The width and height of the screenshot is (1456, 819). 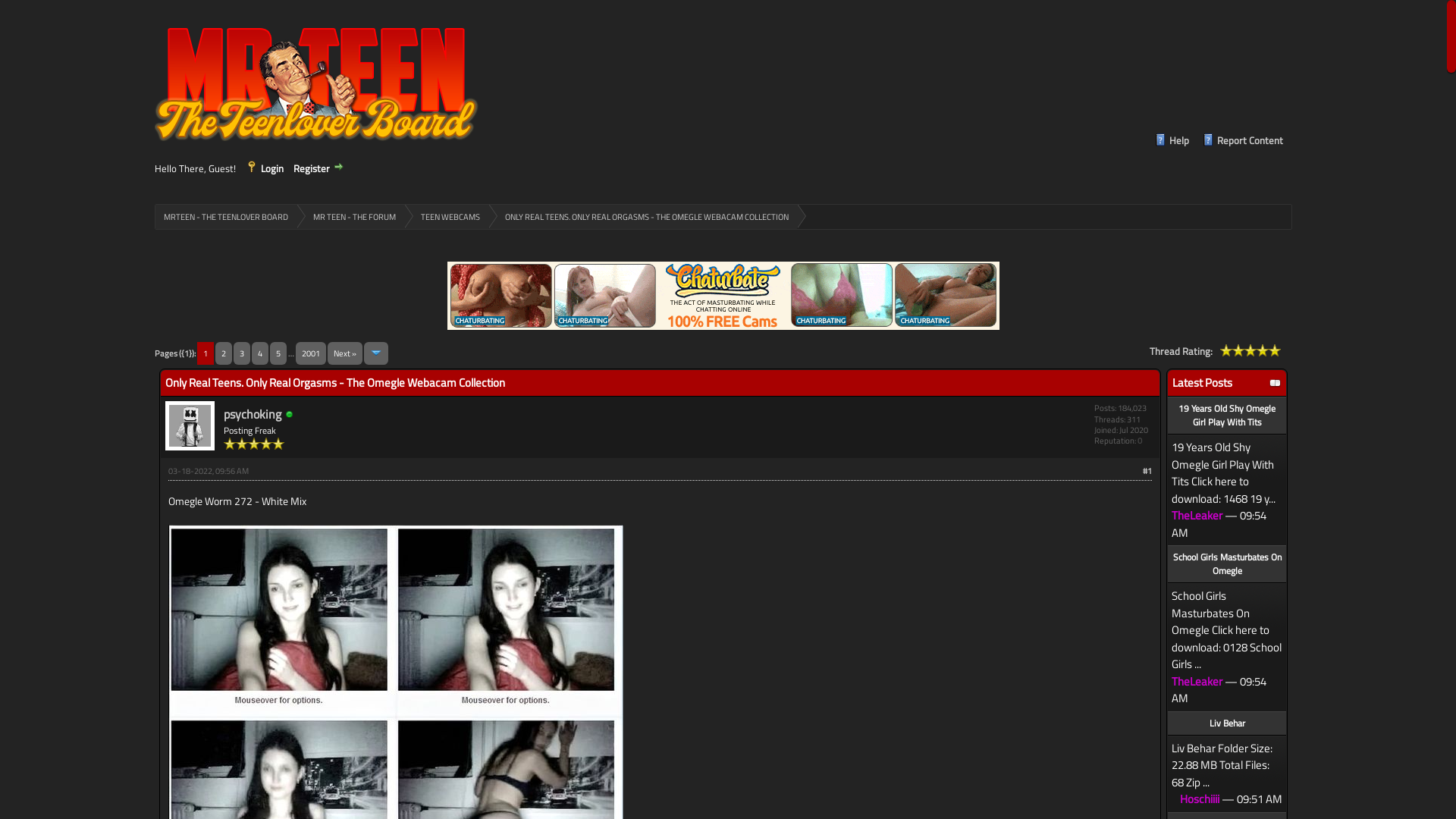 I want to click on 'Login', so click(x=265, y=168).